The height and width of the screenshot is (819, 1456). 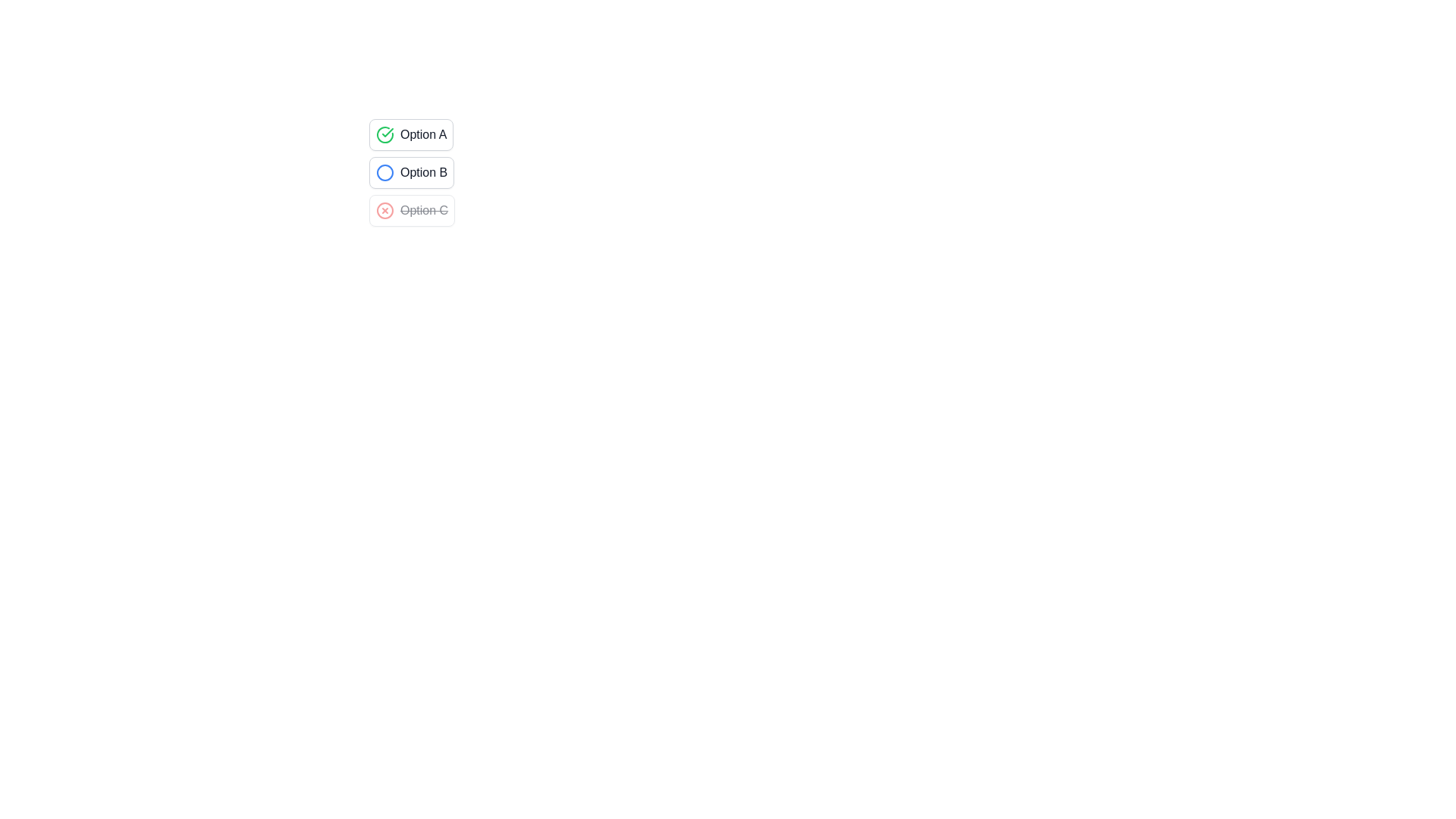 I want to click on the second radio button option in the vertical list, so click(x=412, y=171).